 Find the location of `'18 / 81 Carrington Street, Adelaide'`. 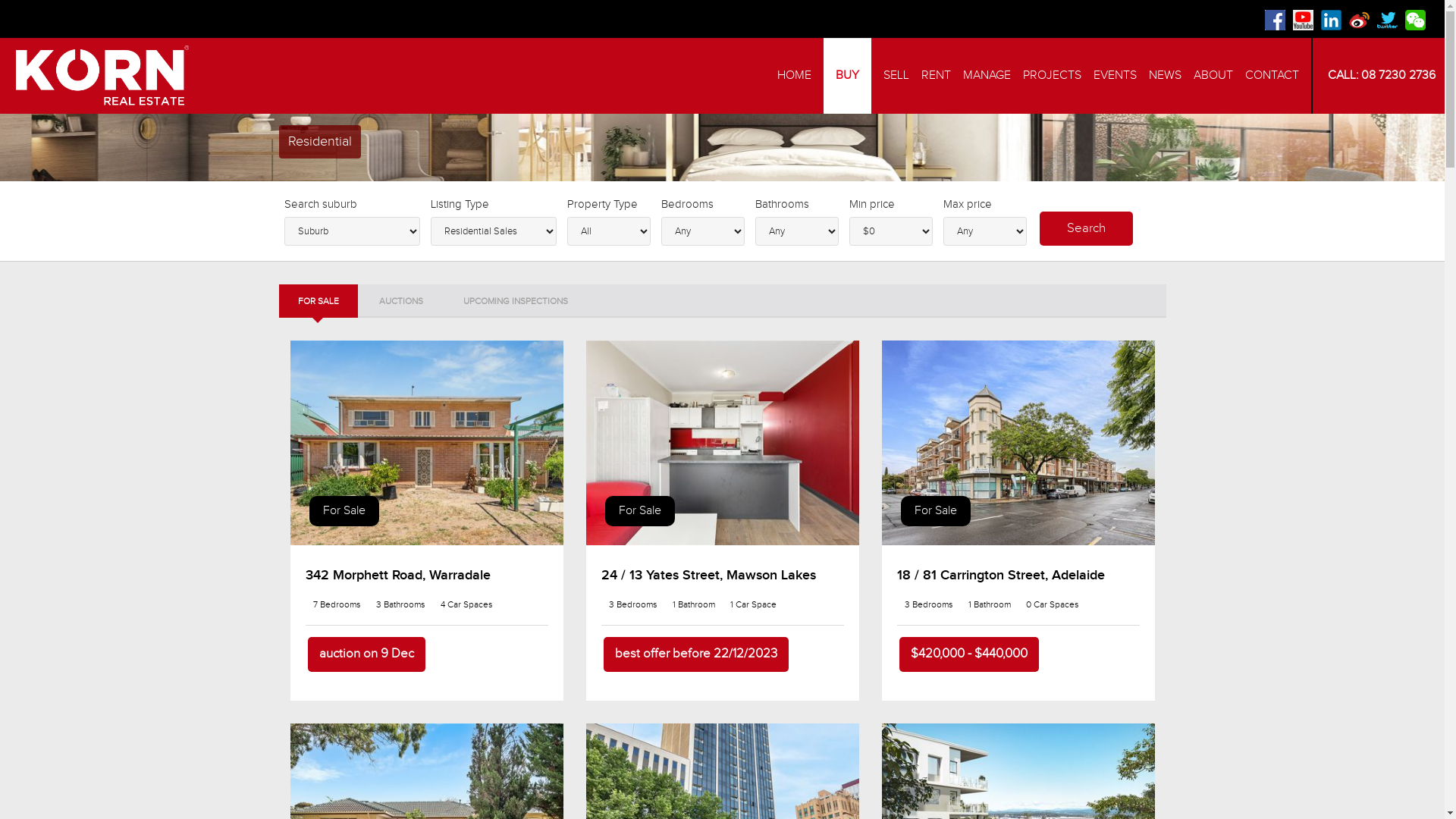

'18 / 81 Carrington Street, Adelaide' is located at coordinates (1000, 575).